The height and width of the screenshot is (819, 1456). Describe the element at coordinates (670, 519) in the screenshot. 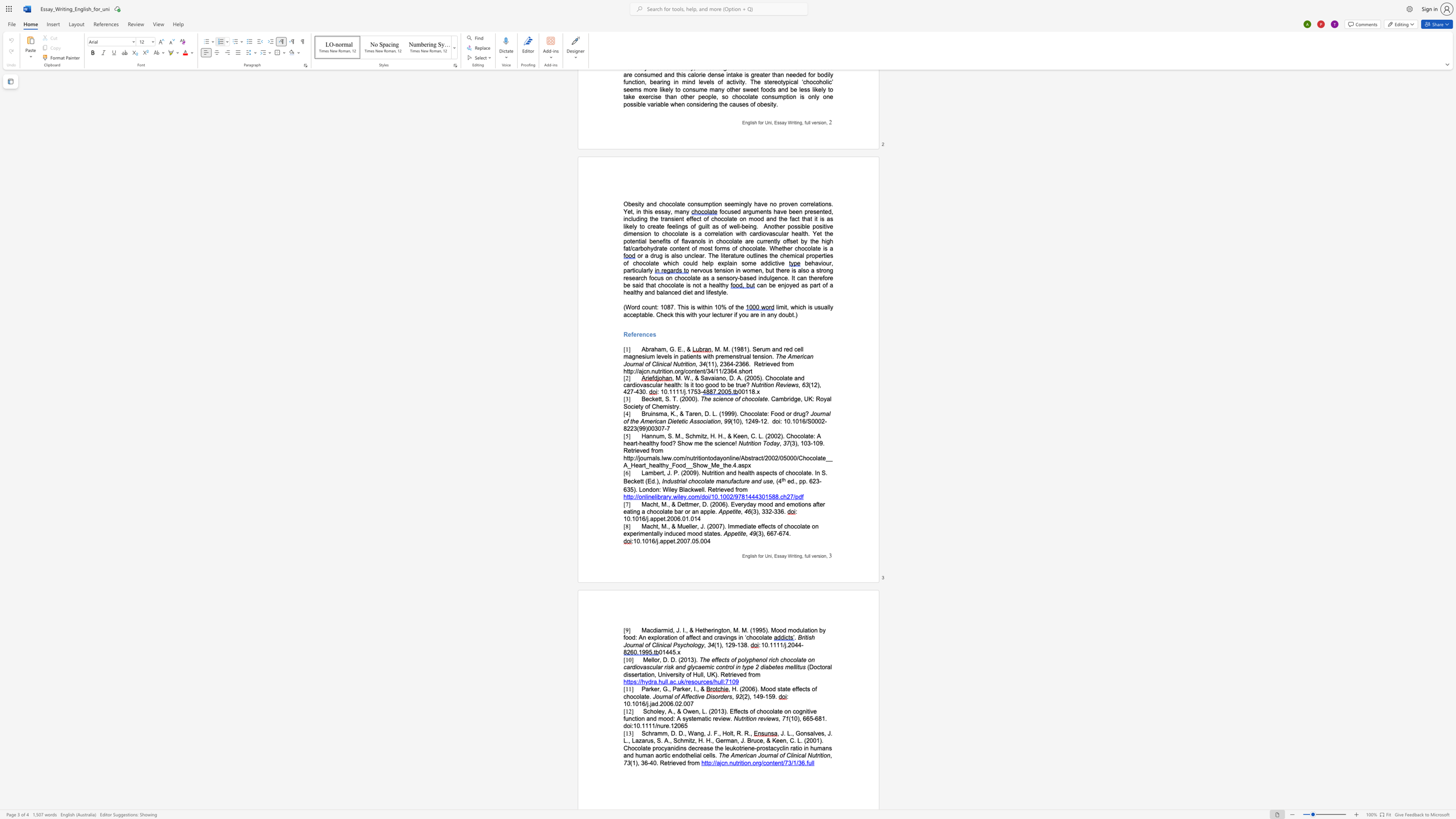

I see `the space between the continuous character "2" and "0" in the text` at that location.